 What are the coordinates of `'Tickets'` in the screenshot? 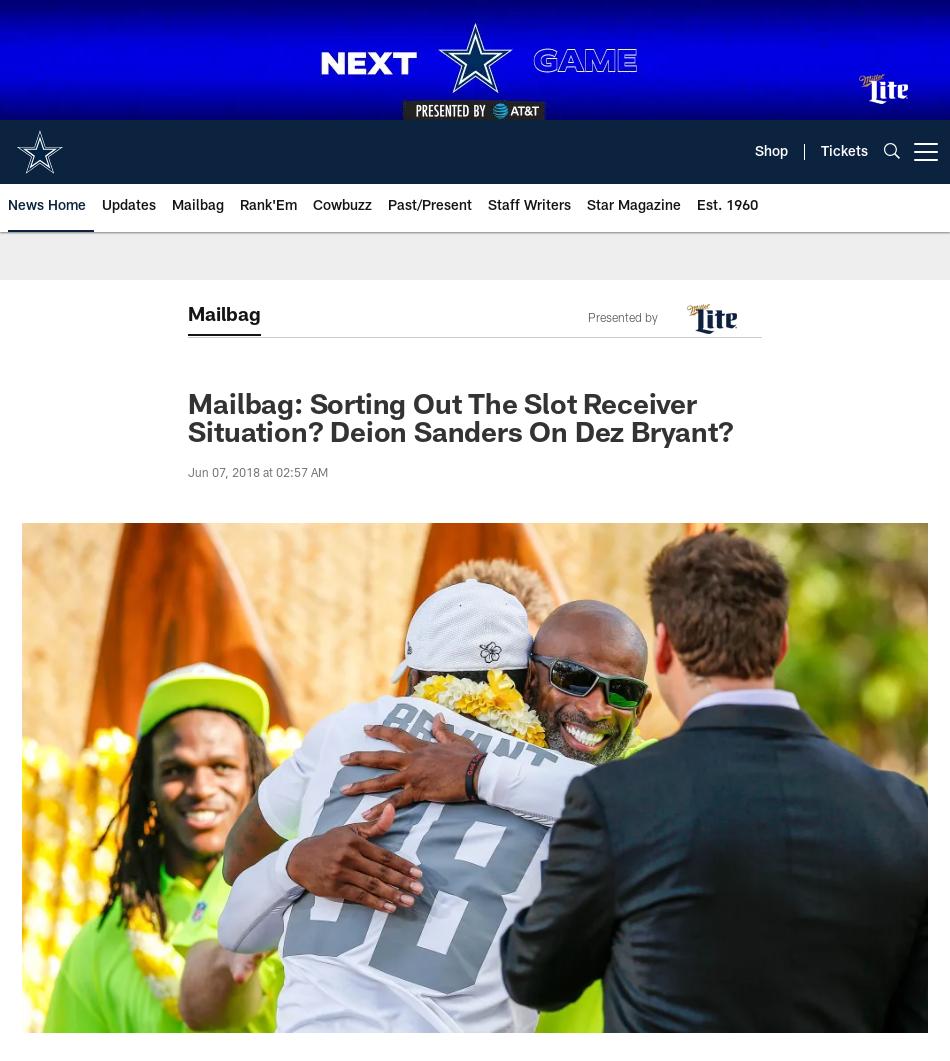 It's located at (843, 152).